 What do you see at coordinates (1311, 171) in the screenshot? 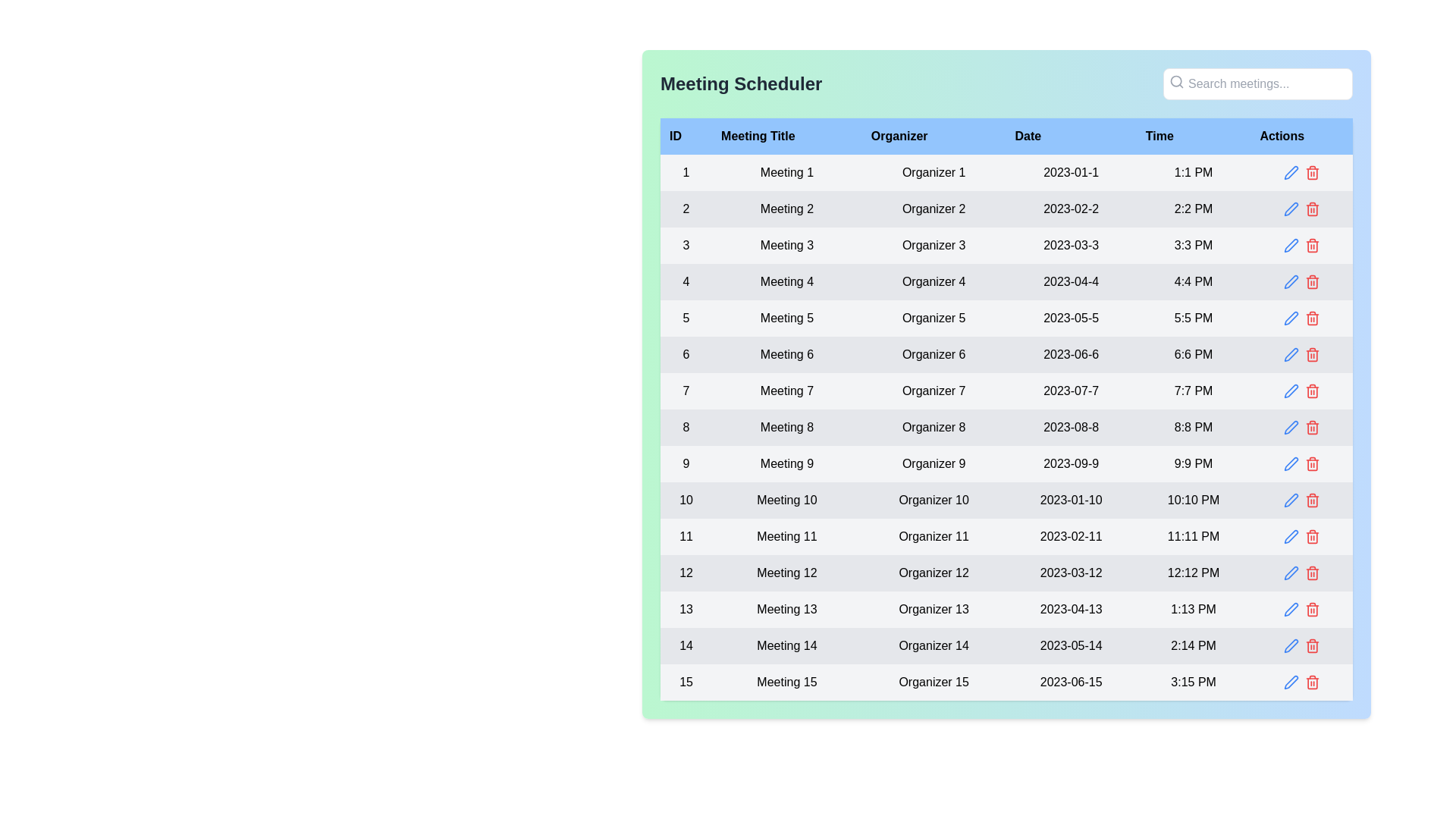
I see `the red trash bin icon in the Actions column of the data table` at bounding box center [1311, 171].